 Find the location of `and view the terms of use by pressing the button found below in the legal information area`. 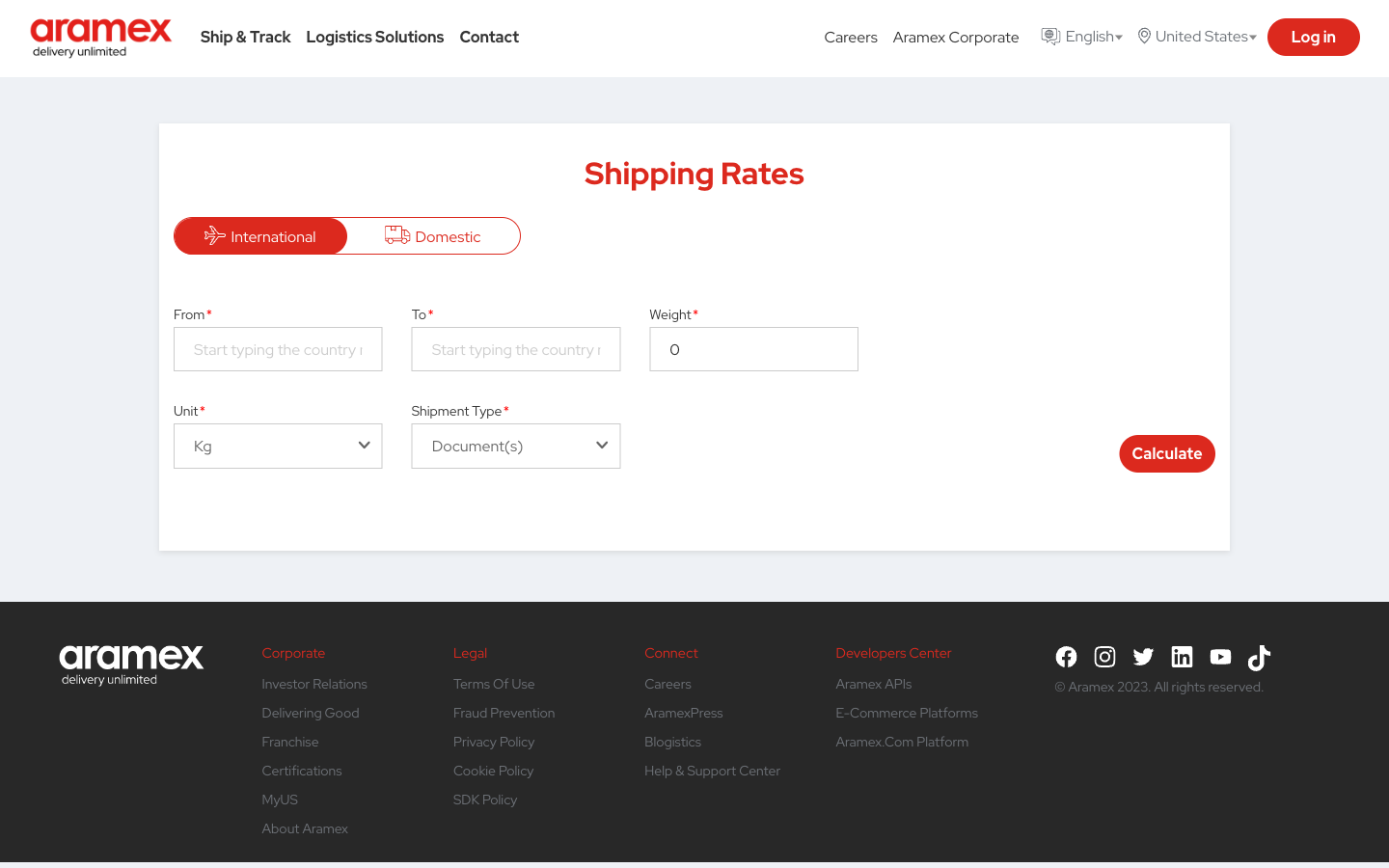

and view the terms of use by pressing the button found below in the legal information area is located at coordinates (493, 683).